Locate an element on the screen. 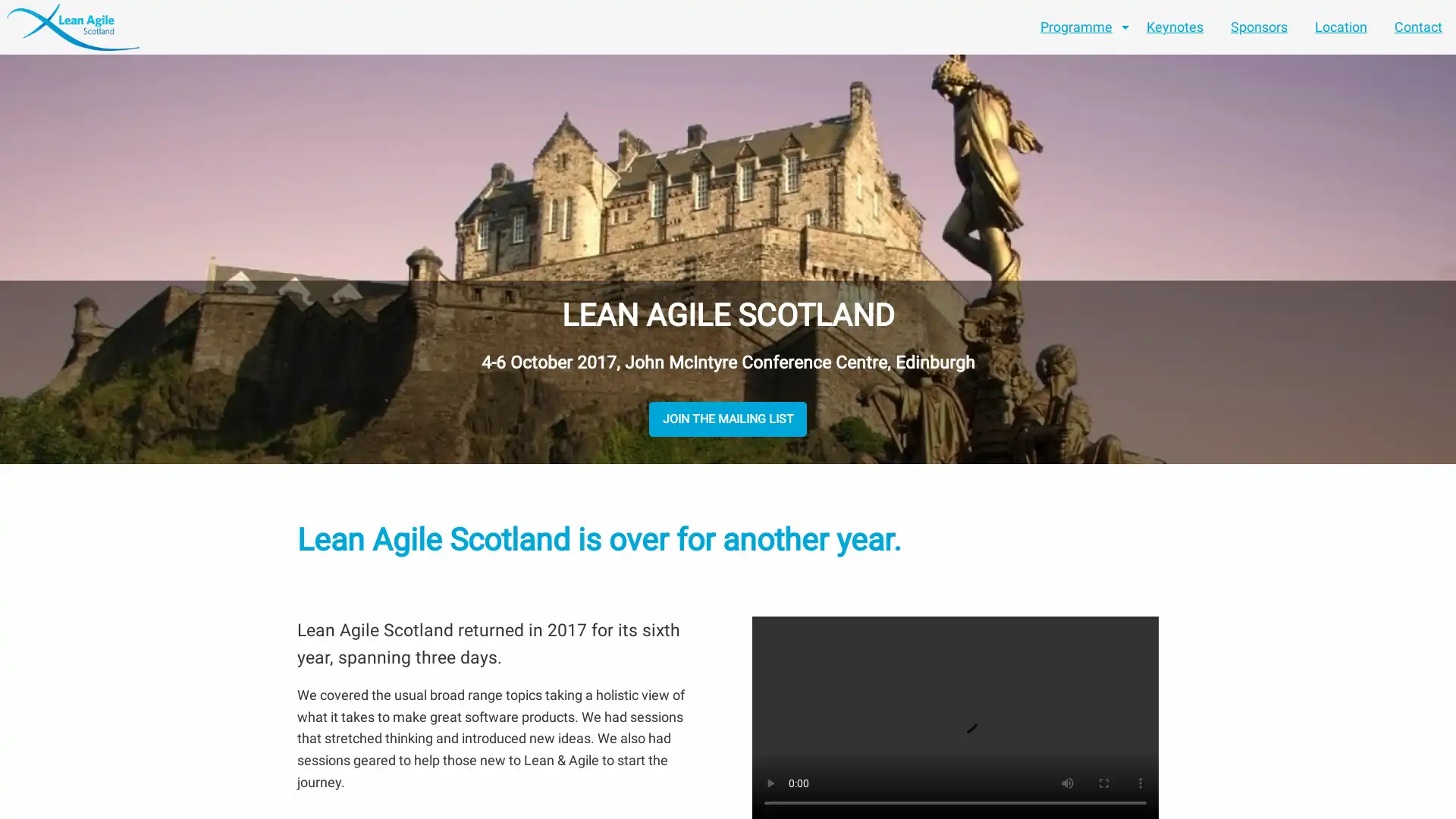  mute is located at coordinates (1066, 783).